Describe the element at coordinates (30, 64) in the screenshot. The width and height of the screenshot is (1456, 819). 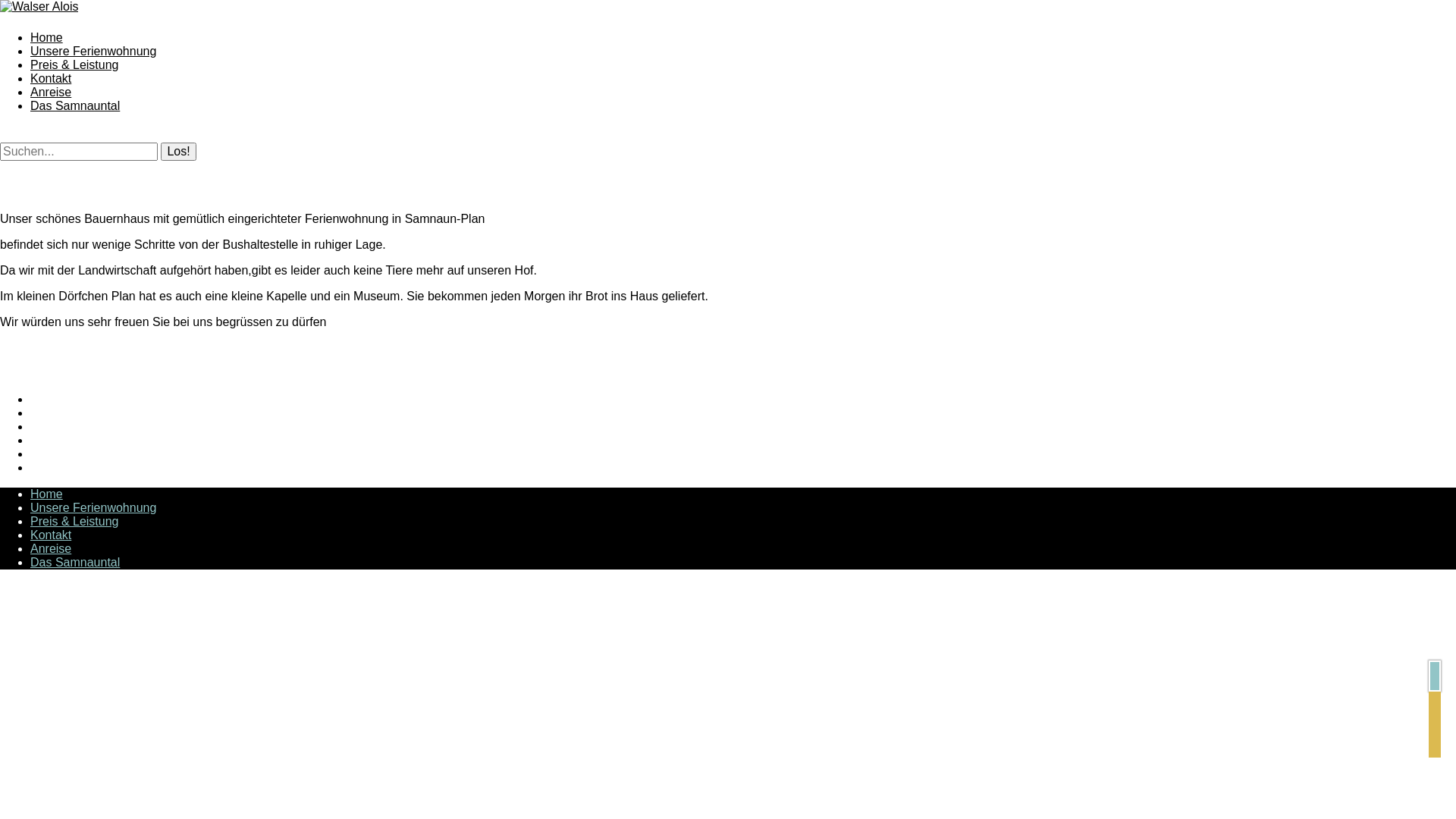
I see `'Preis & Leistung'` at that location.